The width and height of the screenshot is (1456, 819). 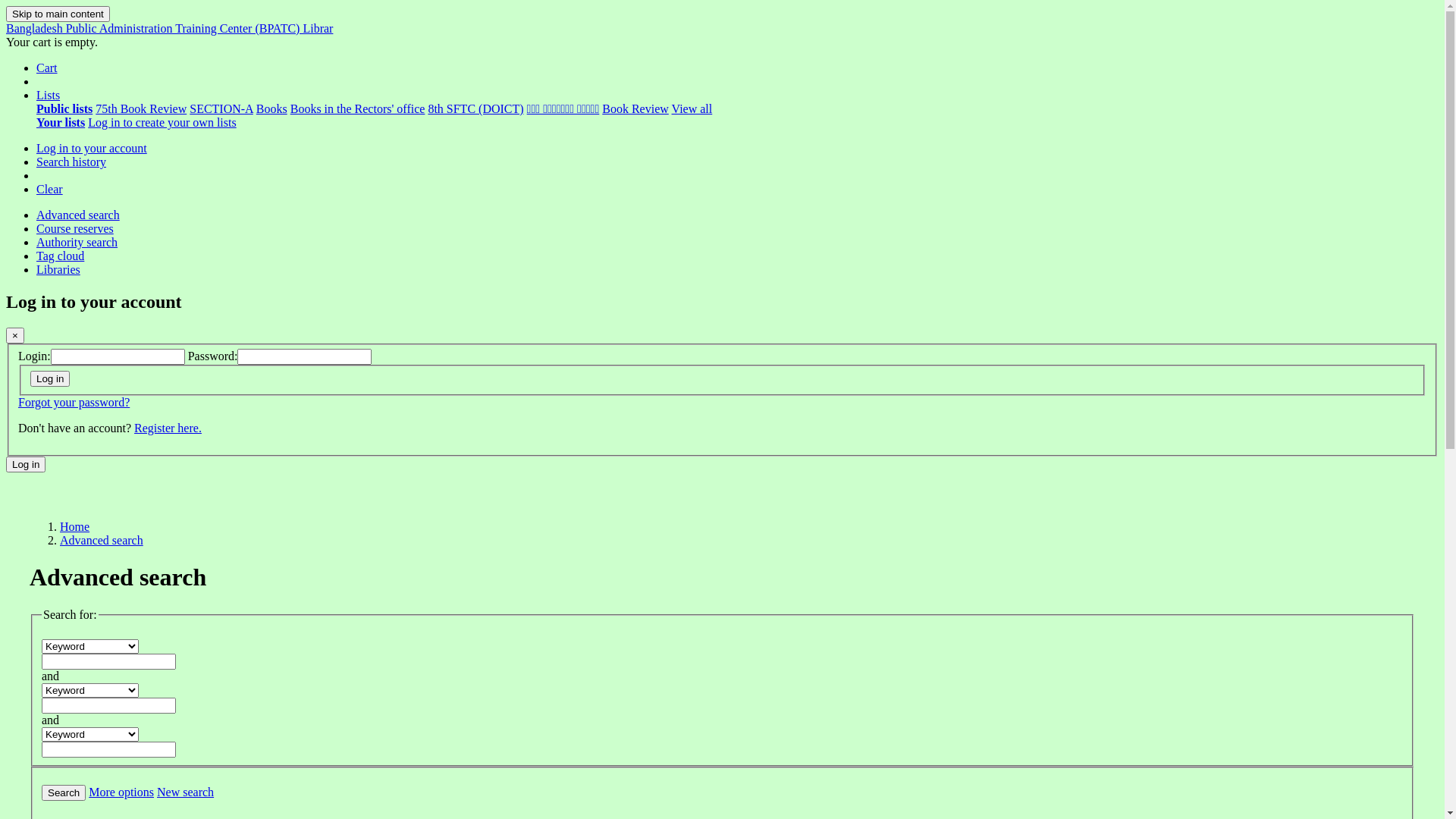 I want to click on 'More options', so click(x=120, y=791).